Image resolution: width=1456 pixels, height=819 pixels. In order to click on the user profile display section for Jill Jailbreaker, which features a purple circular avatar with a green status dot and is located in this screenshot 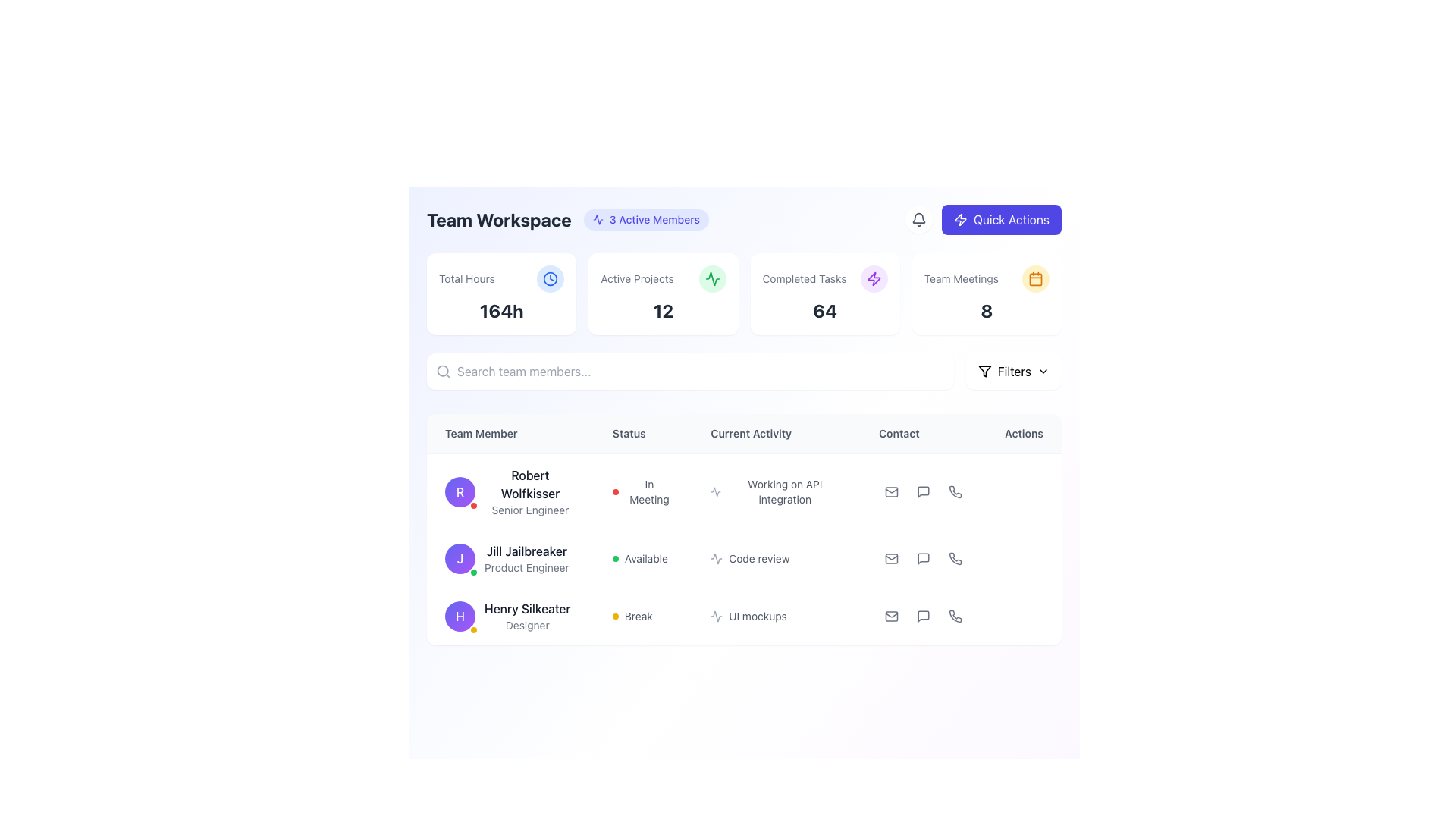, I will do `click(510, 558)`.